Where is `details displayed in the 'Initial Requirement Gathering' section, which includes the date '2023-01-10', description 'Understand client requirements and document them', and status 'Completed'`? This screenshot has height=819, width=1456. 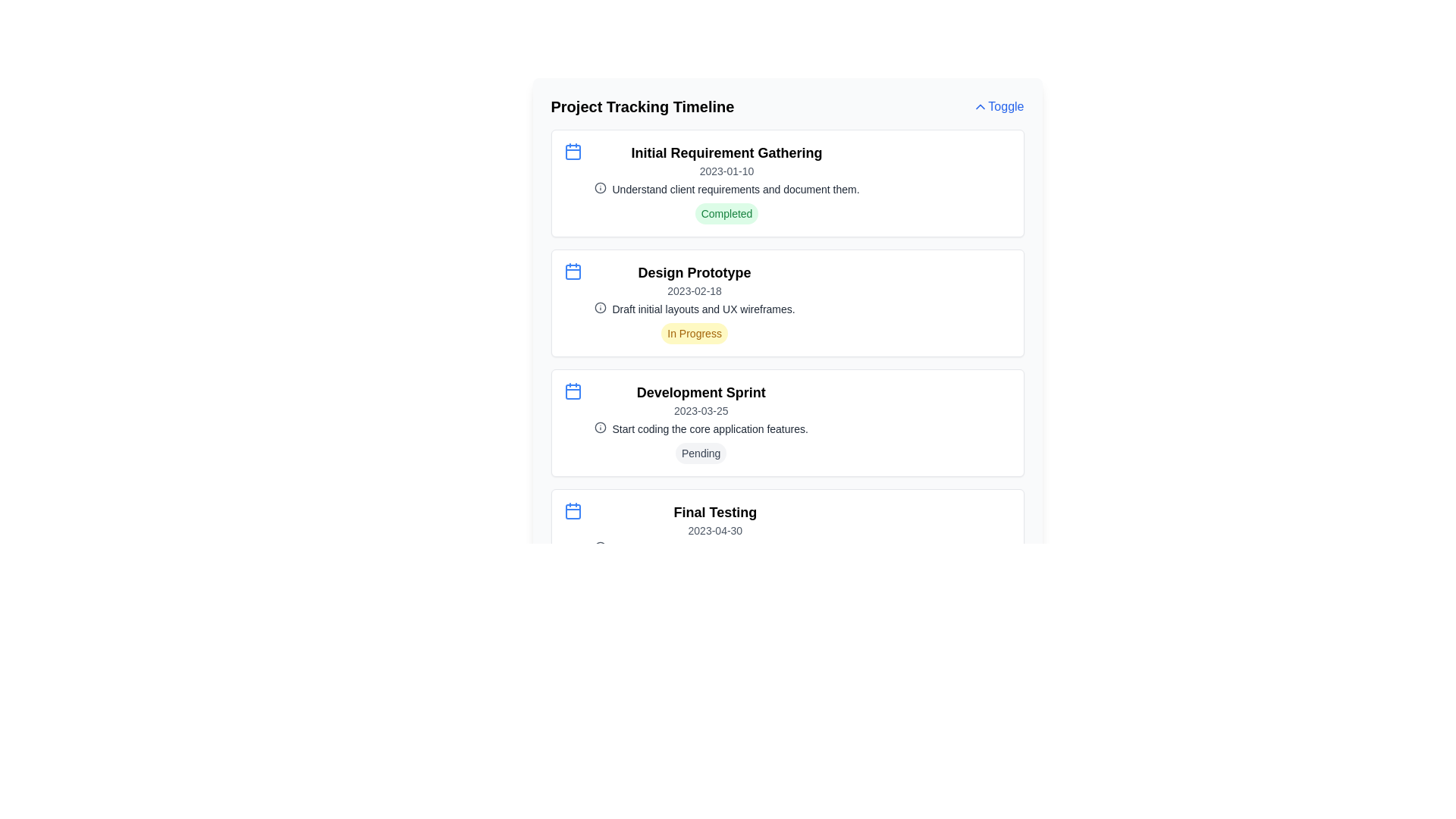
details displayed in the 'Initial Requirement Gathering' section, which includes the date '2023-01-10', description 'Understand client requirements and document them', and status 'Completed' is located at coordinates (726, 183).